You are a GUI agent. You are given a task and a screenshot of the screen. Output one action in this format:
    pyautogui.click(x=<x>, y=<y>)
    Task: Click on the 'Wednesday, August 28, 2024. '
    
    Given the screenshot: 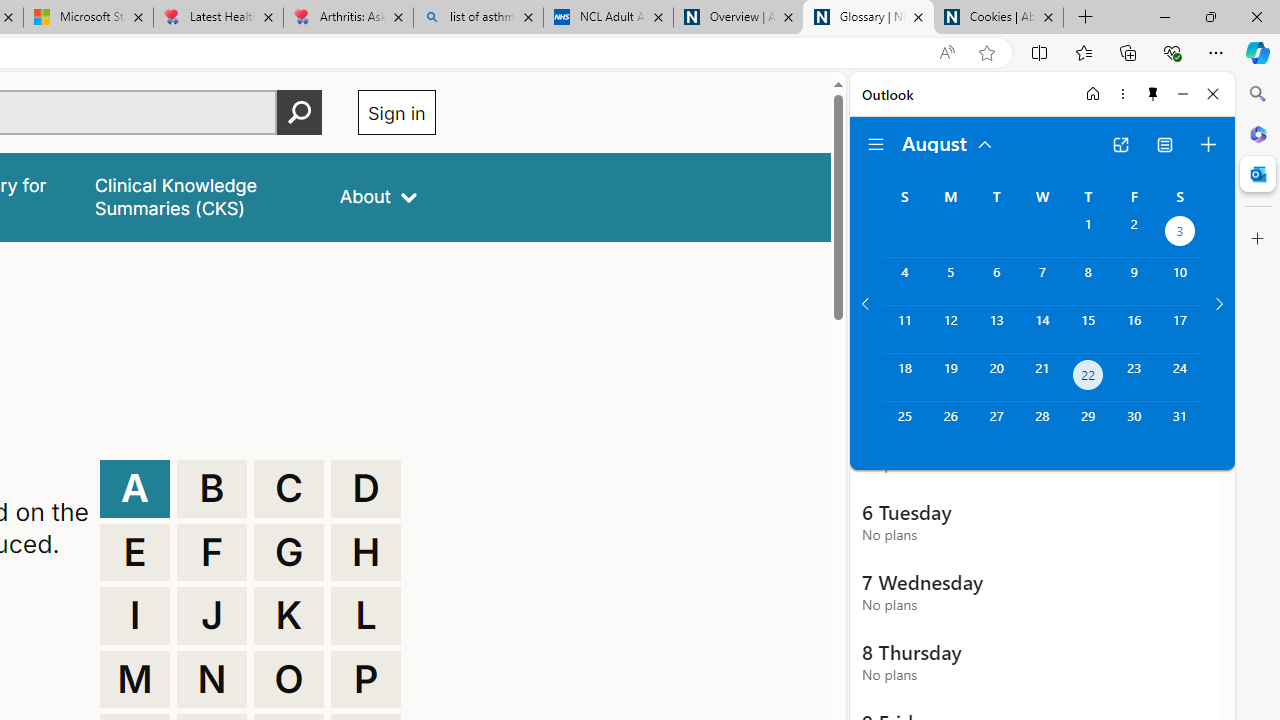 What is the action you would take?
    pyautogui.click(x=1041, y=424)
    